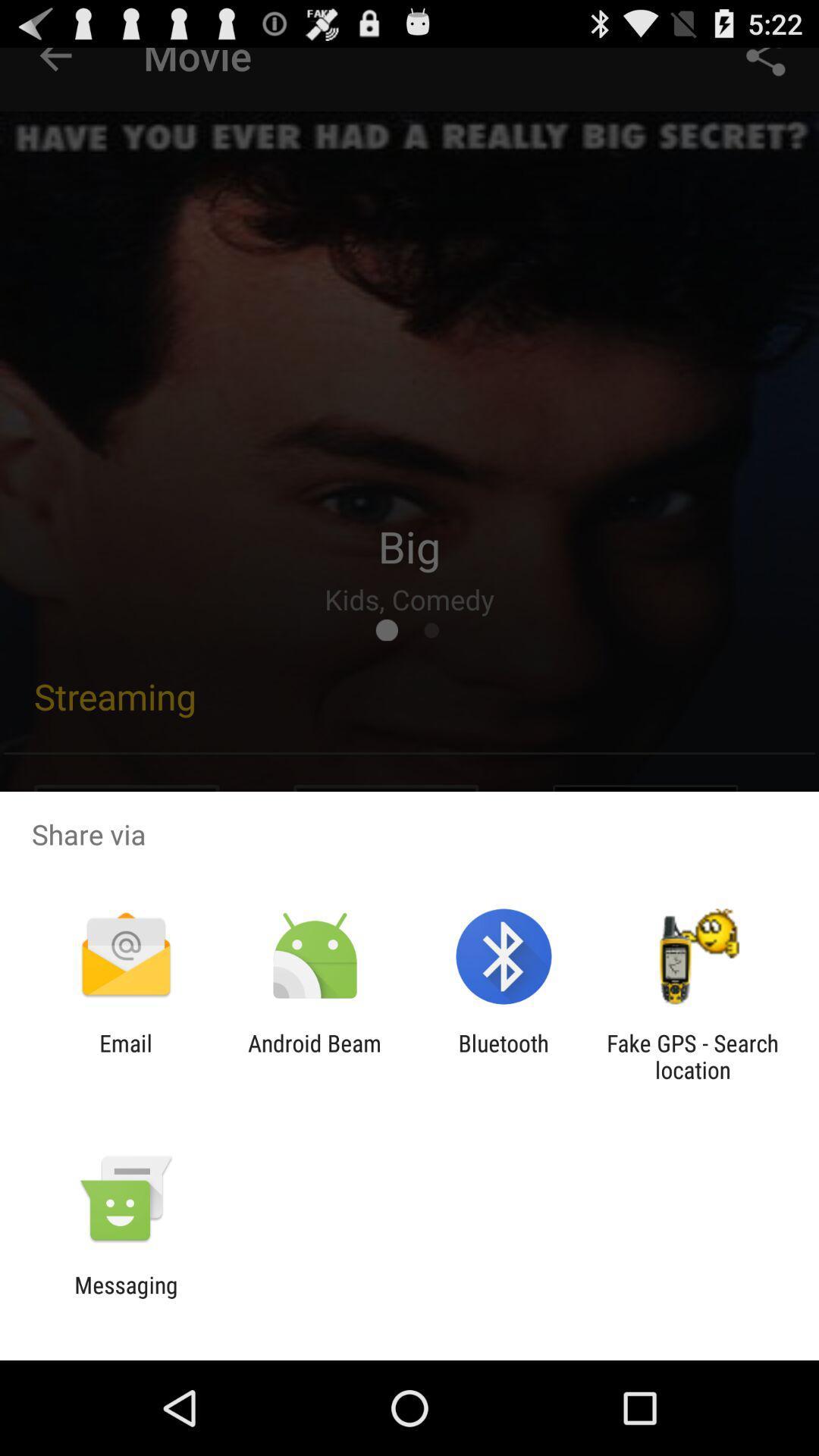  I want to click on the android beam icon, so click(314, 1056).